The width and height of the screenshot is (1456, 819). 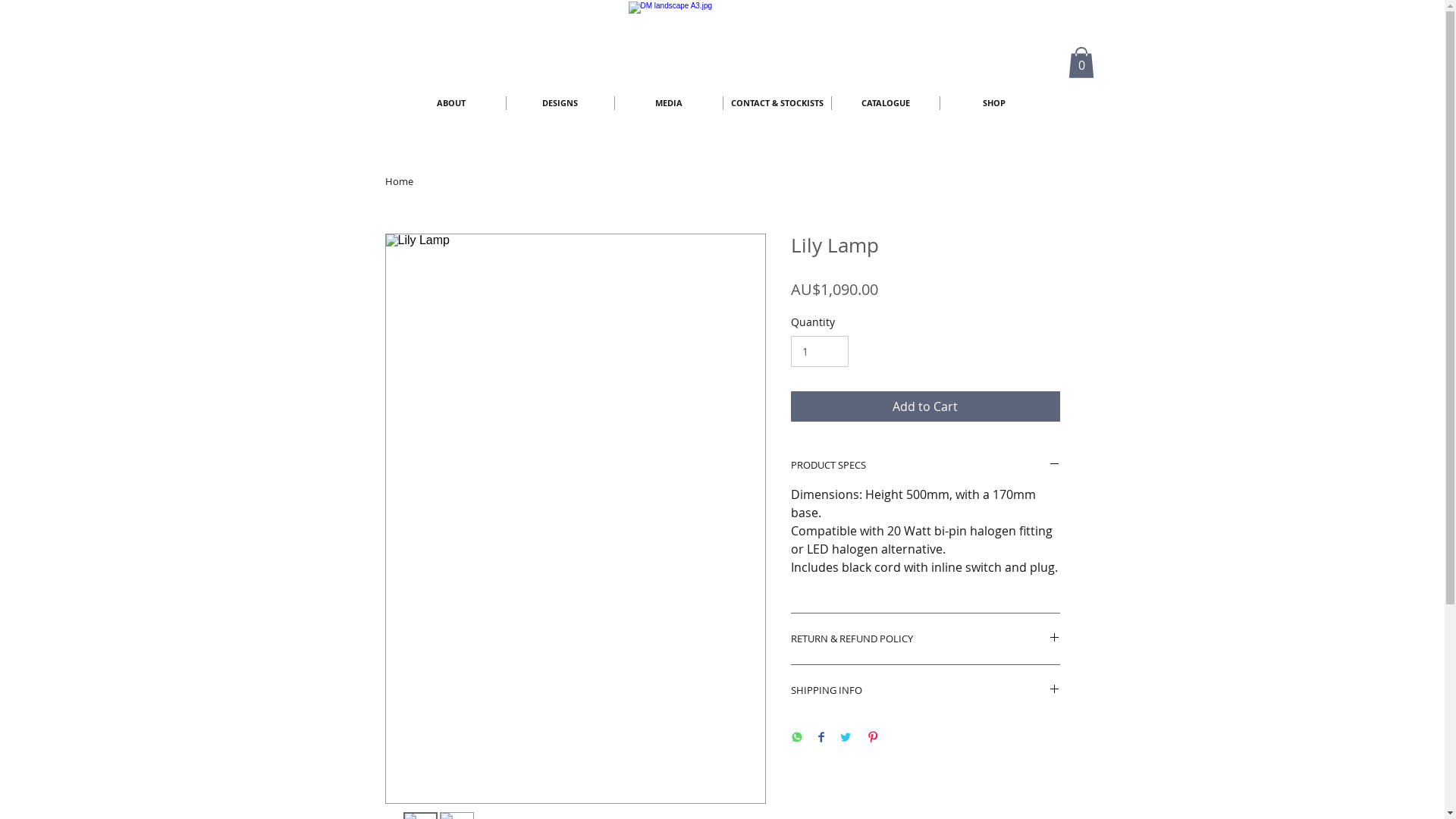 What do you see at coordinates (1080, 61) in the screenshot?
I see `'0'` at bounding box center [1080, 61].